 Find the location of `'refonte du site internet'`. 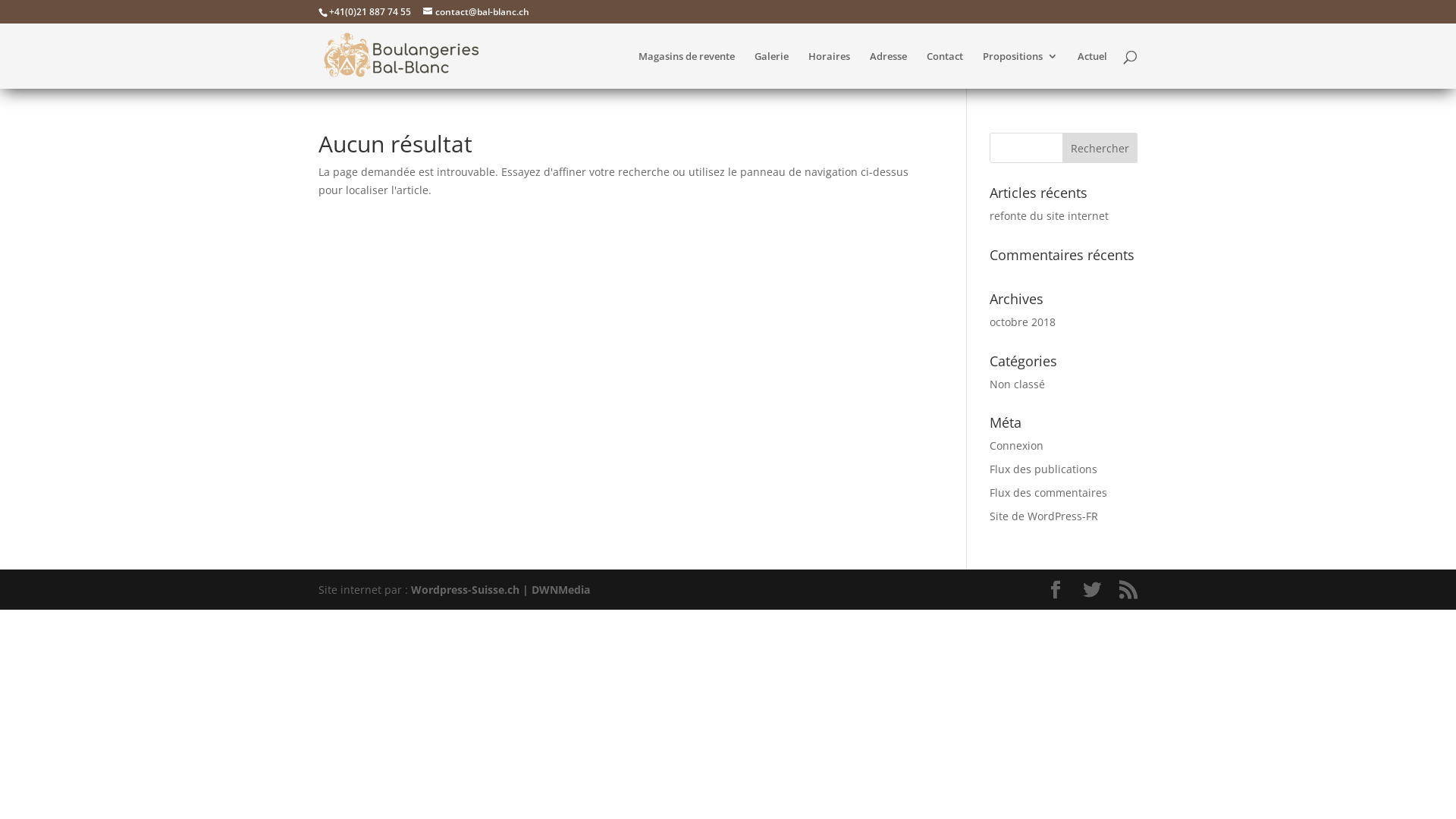

'refonte du site internet' is located at coordinates (1048, 215).